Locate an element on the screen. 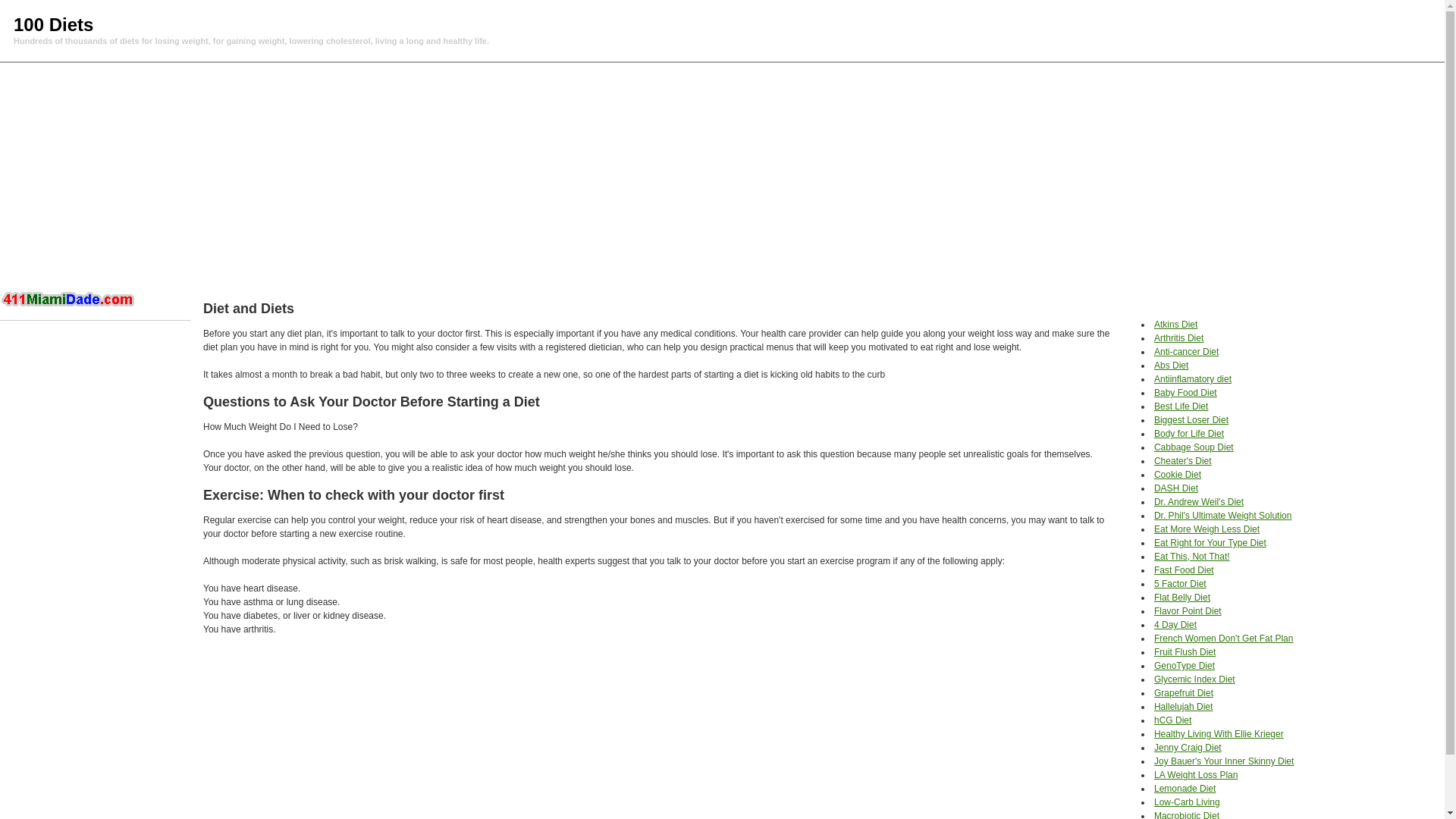  'GenoType Diet' is located at coordinates (1183, 665).